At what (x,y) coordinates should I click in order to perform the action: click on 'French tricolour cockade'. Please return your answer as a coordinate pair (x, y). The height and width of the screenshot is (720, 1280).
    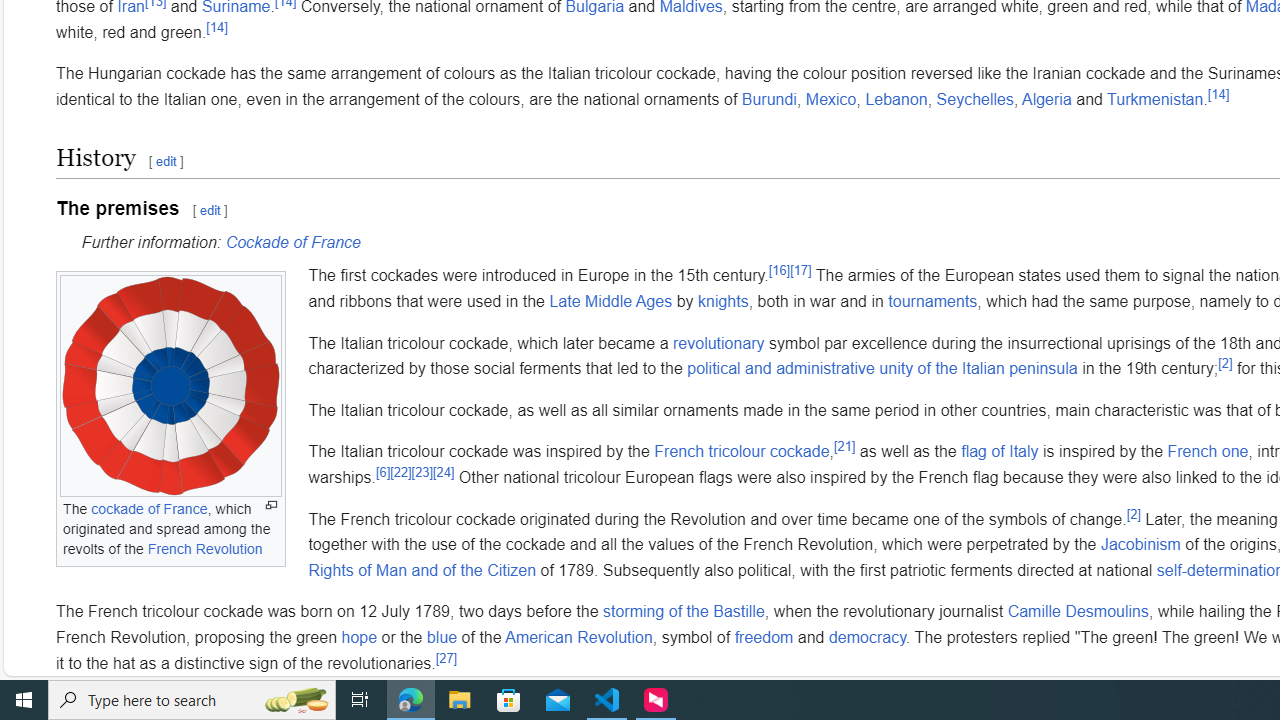
    Looking at the image, I should click on (740, 451).